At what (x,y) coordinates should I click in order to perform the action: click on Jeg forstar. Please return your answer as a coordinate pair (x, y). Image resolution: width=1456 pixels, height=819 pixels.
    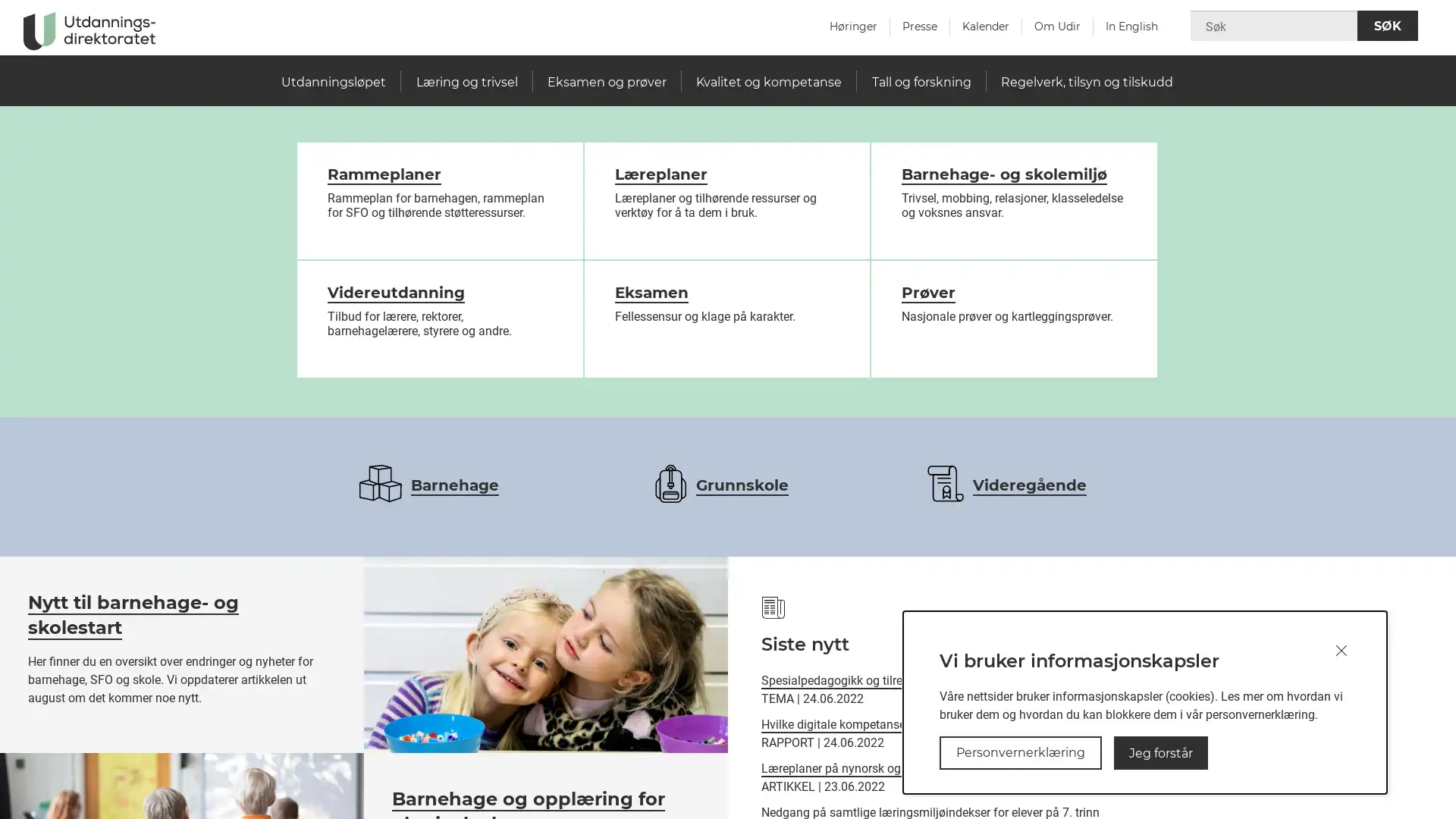
    Looking at the image, I should click on (1160, 752).